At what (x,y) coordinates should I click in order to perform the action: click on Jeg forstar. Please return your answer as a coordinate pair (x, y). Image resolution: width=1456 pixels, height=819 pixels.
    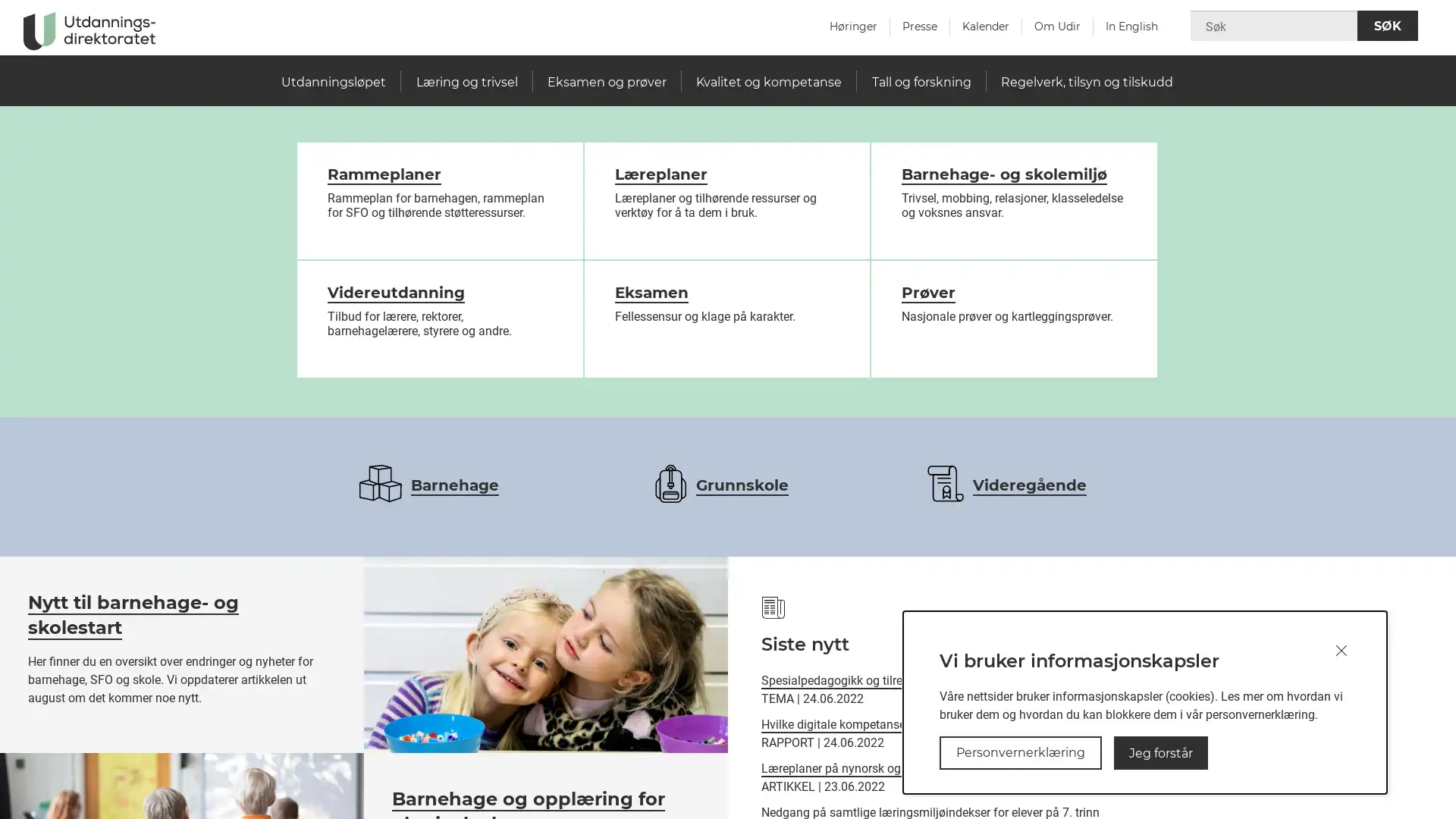
    Looking at the image, I should click on (1160, 752).